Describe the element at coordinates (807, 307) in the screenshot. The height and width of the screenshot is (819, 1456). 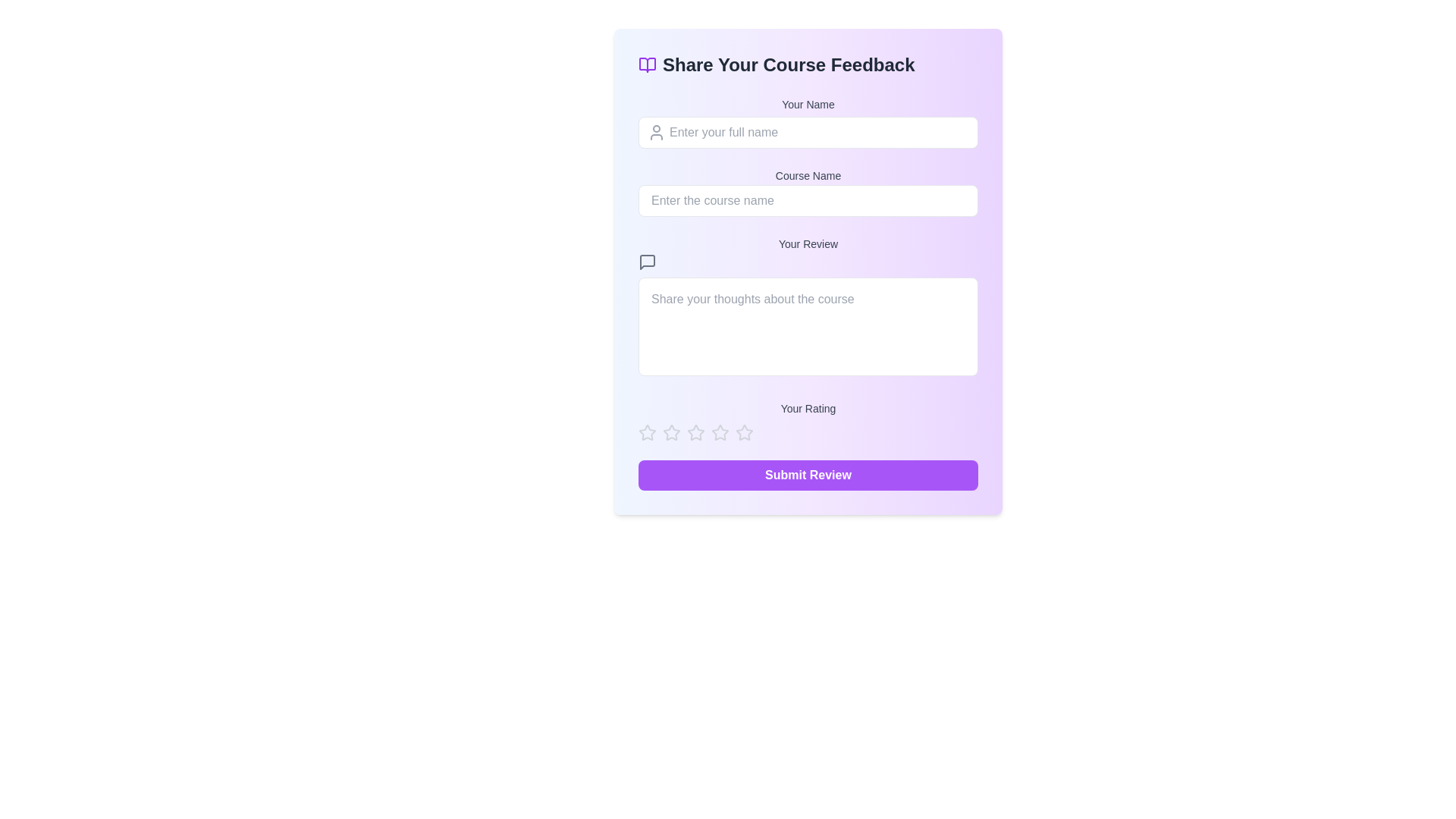
I see `the text input box labeled 'Your Review' to focus on it for user input` at that location.